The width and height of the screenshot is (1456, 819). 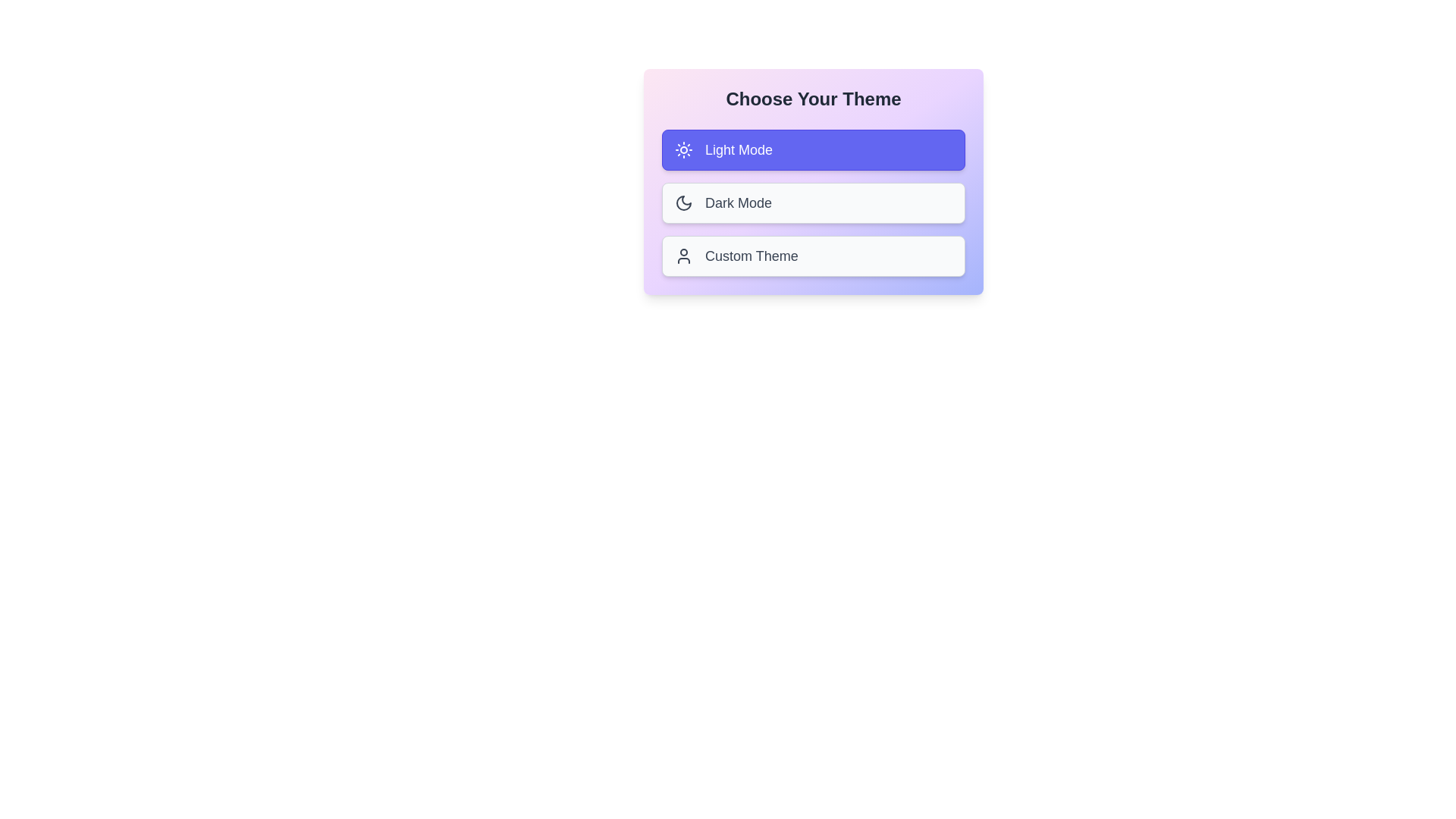 I want to click on the theme card labeled Dark Mode, so click(x=813, y=202).